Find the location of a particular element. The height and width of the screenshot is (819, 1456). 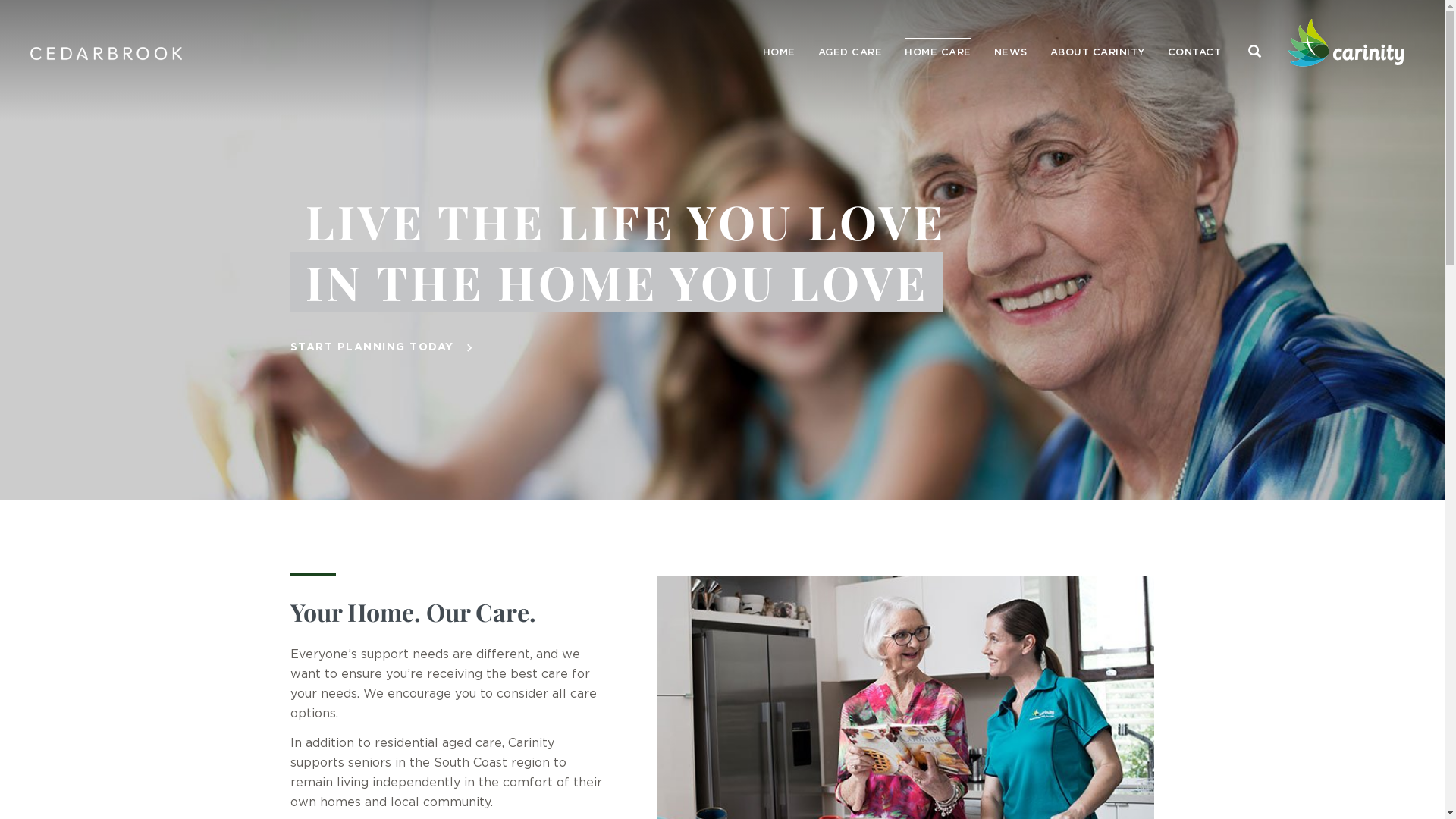

'CONTACT' is located at coordinates (1193, 52).